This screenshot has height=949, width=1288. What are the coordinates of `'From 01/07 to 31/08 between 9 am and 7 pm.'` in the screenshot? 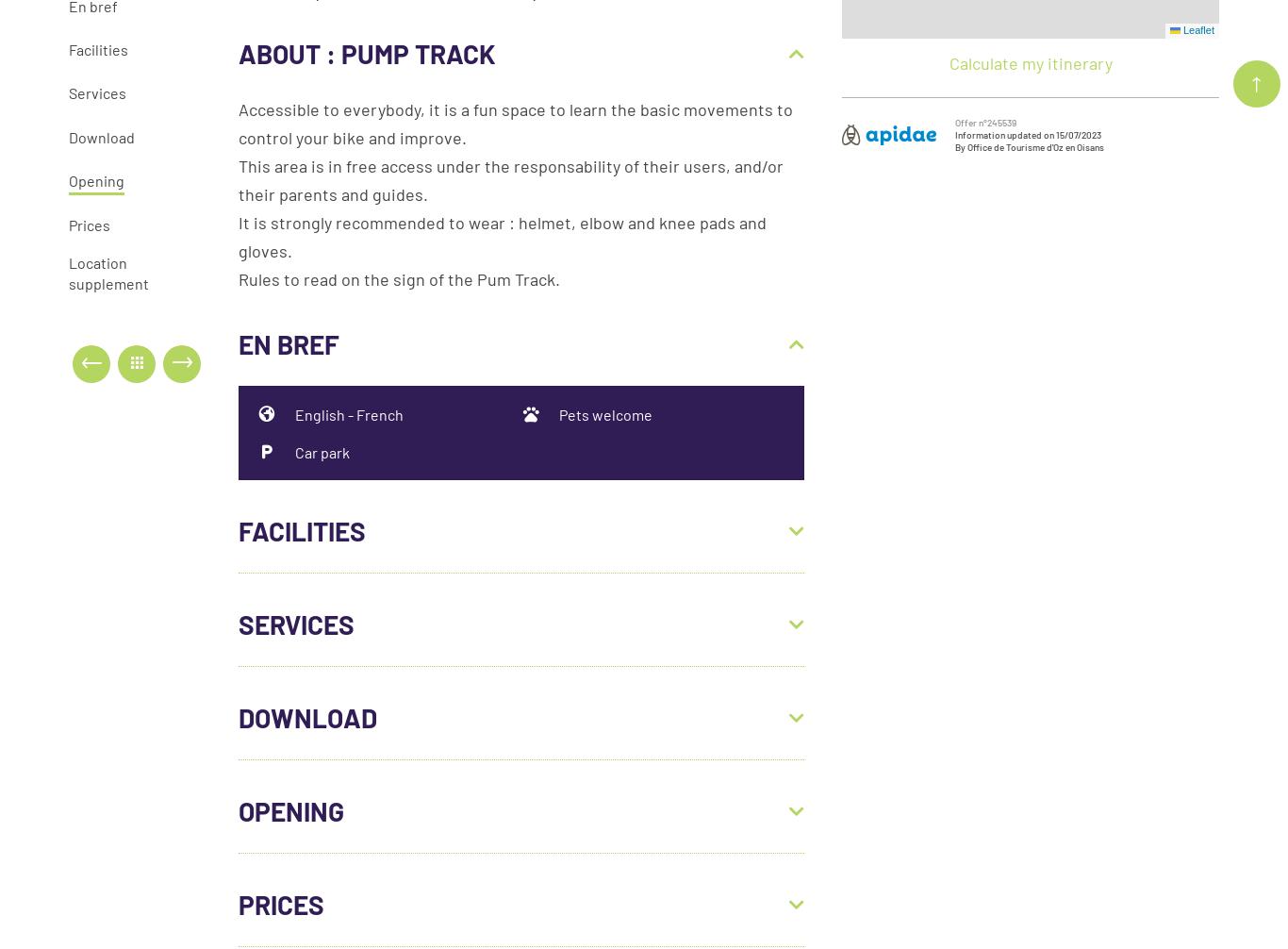 It's located at (402, 865).